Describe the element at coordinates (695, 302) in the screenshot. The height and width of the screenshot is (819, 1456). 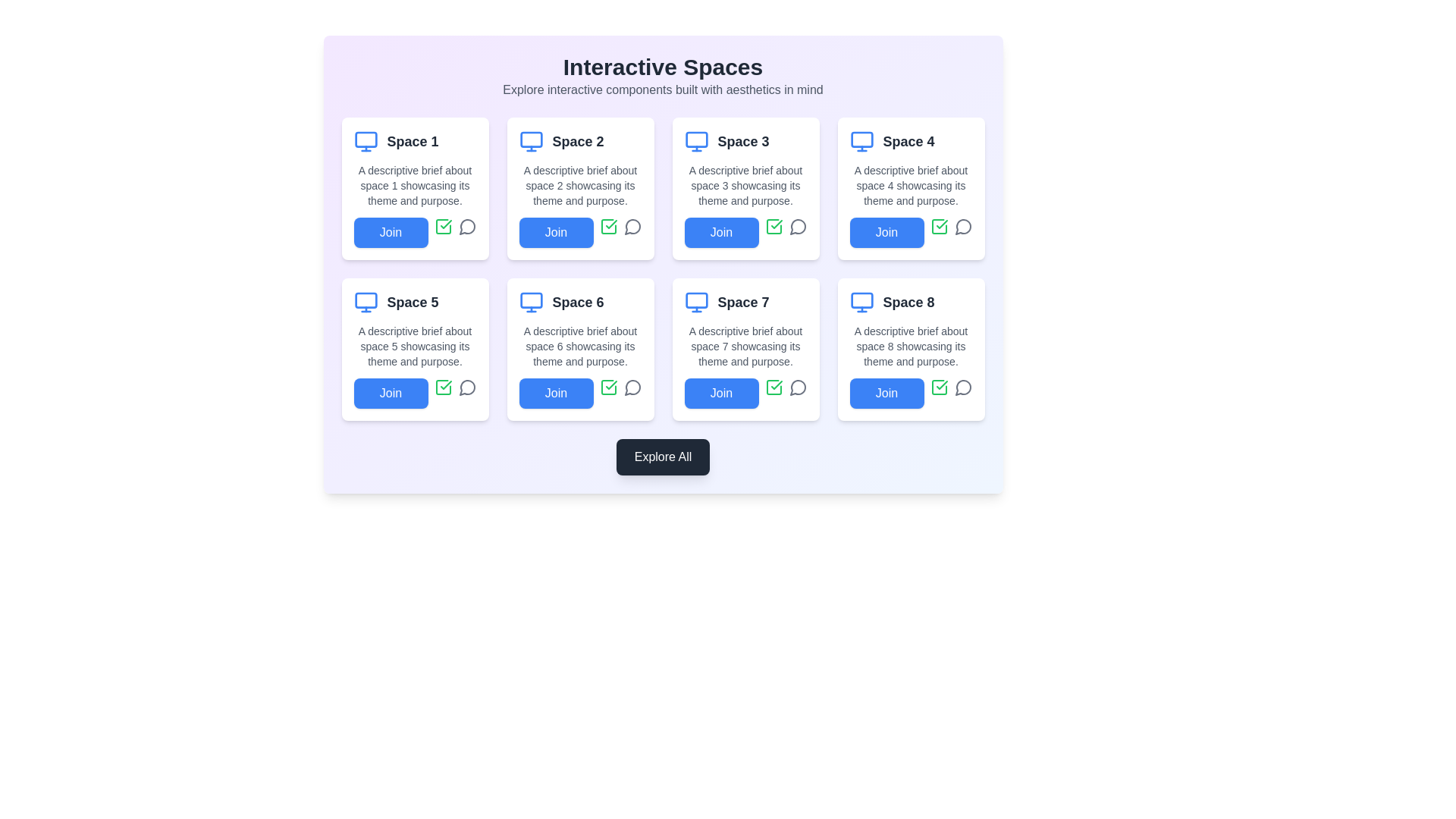
I see `the blue computer monitor icon located above the 'Space 7' text within its card in the second row, third column of the grid layout` at that location.